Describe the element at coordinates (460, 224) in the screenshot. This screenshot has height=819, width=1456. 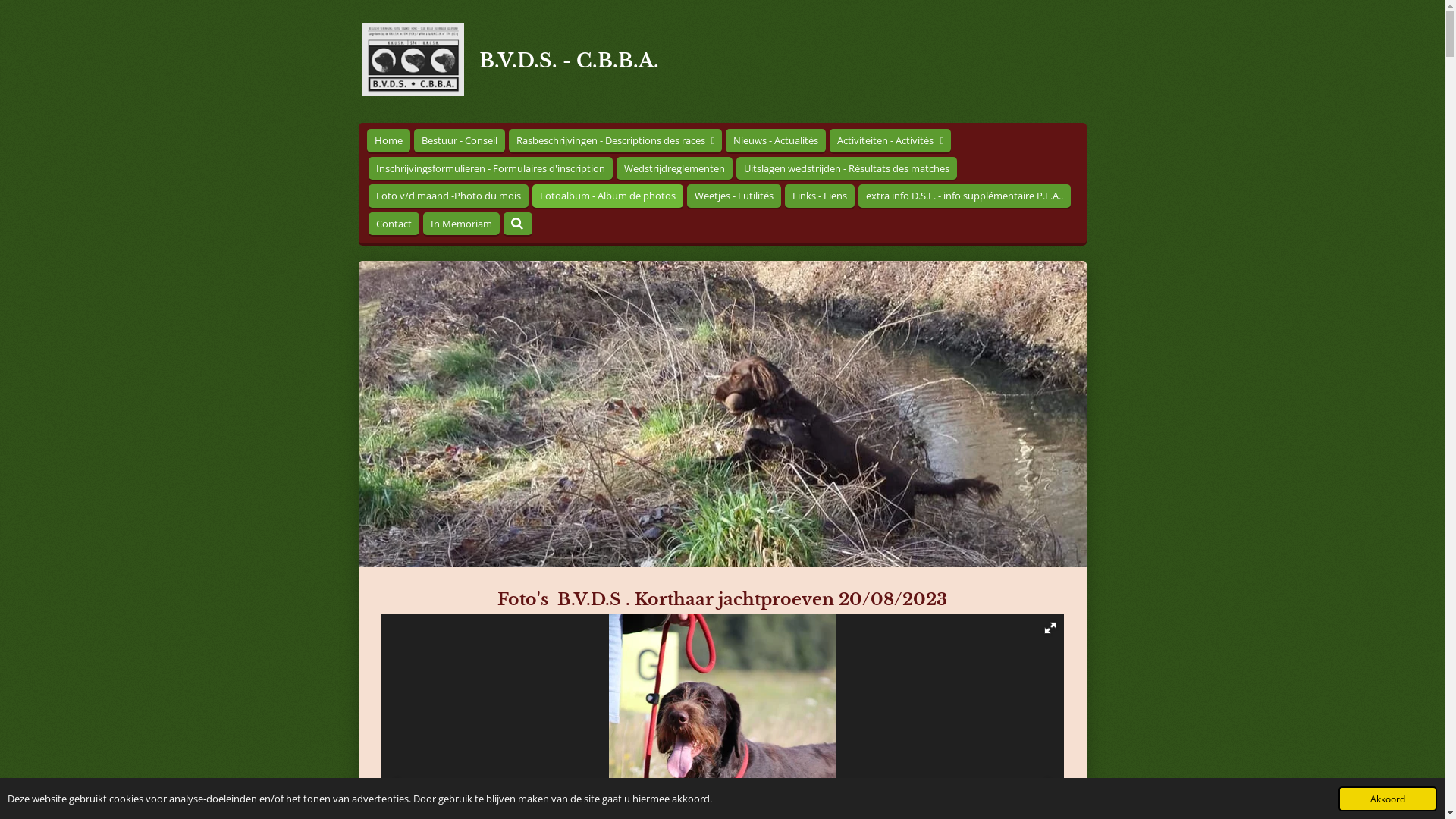
I see `'In Memoriam'` at that location.